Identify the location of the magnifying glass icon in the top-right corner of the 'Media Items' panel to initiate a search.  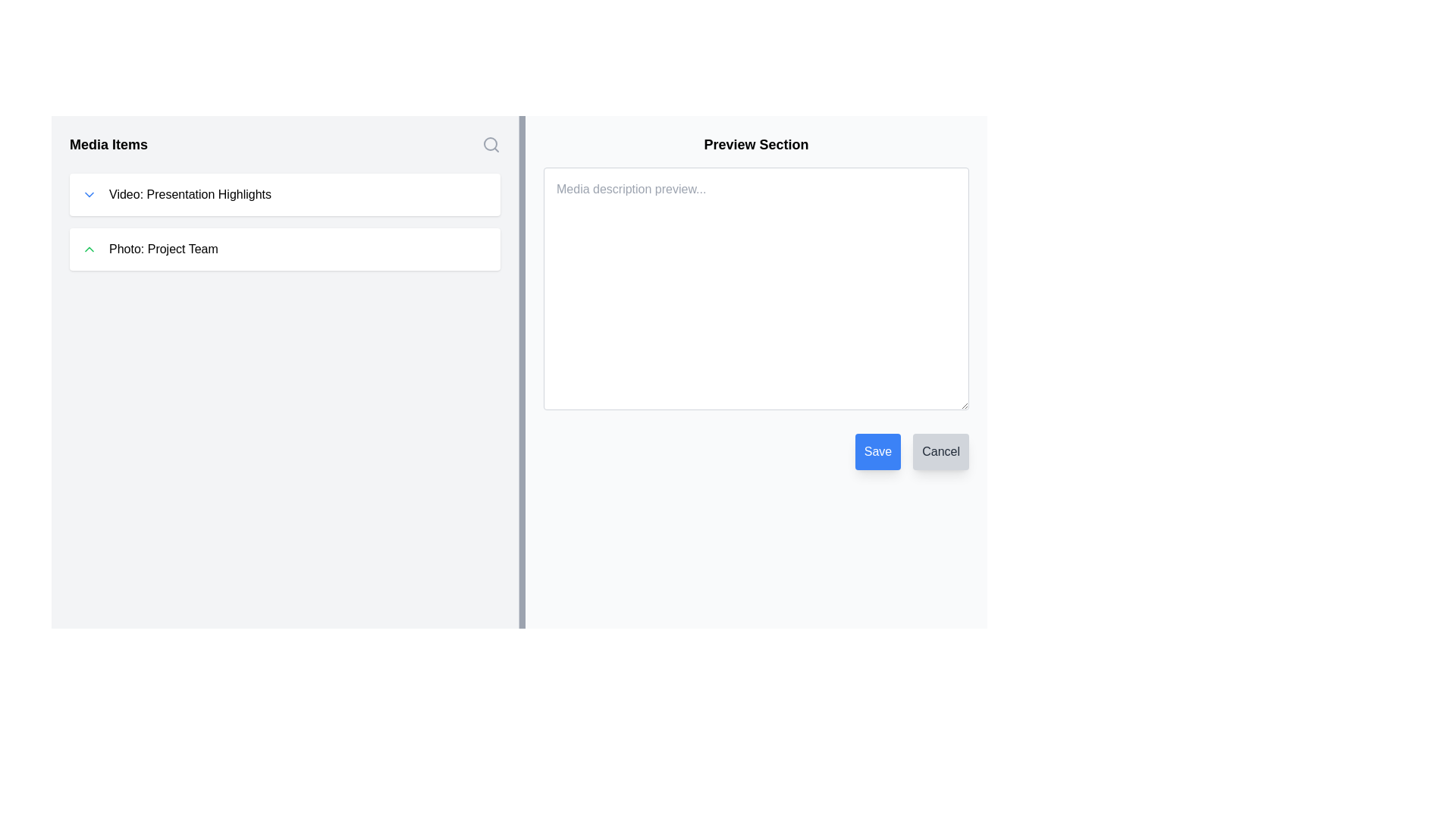
(491, 145).